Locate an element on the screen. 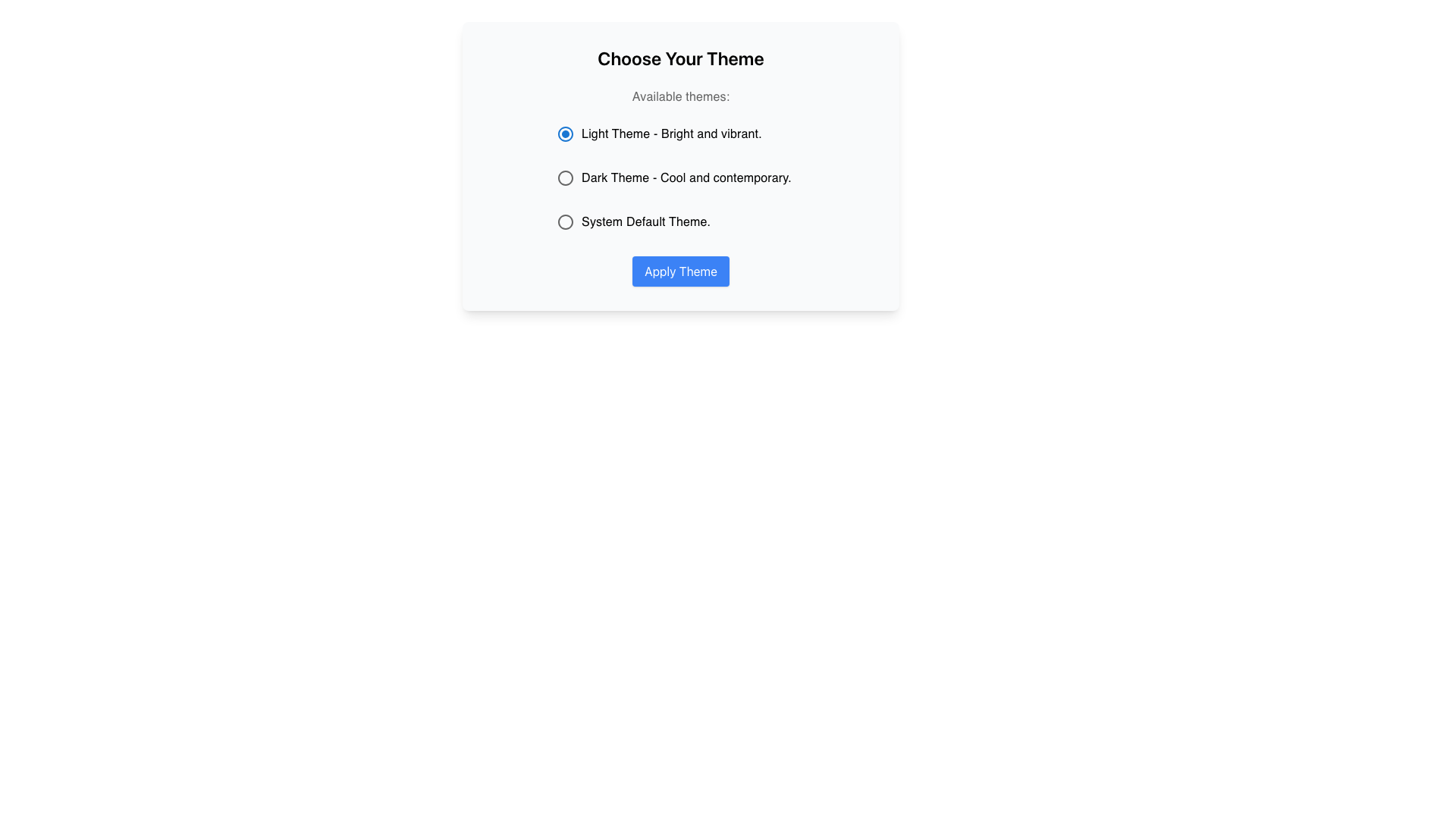 The image size is (1456, 819). the radio button for 'System Default Theme' is located at coordinates (565, 222).